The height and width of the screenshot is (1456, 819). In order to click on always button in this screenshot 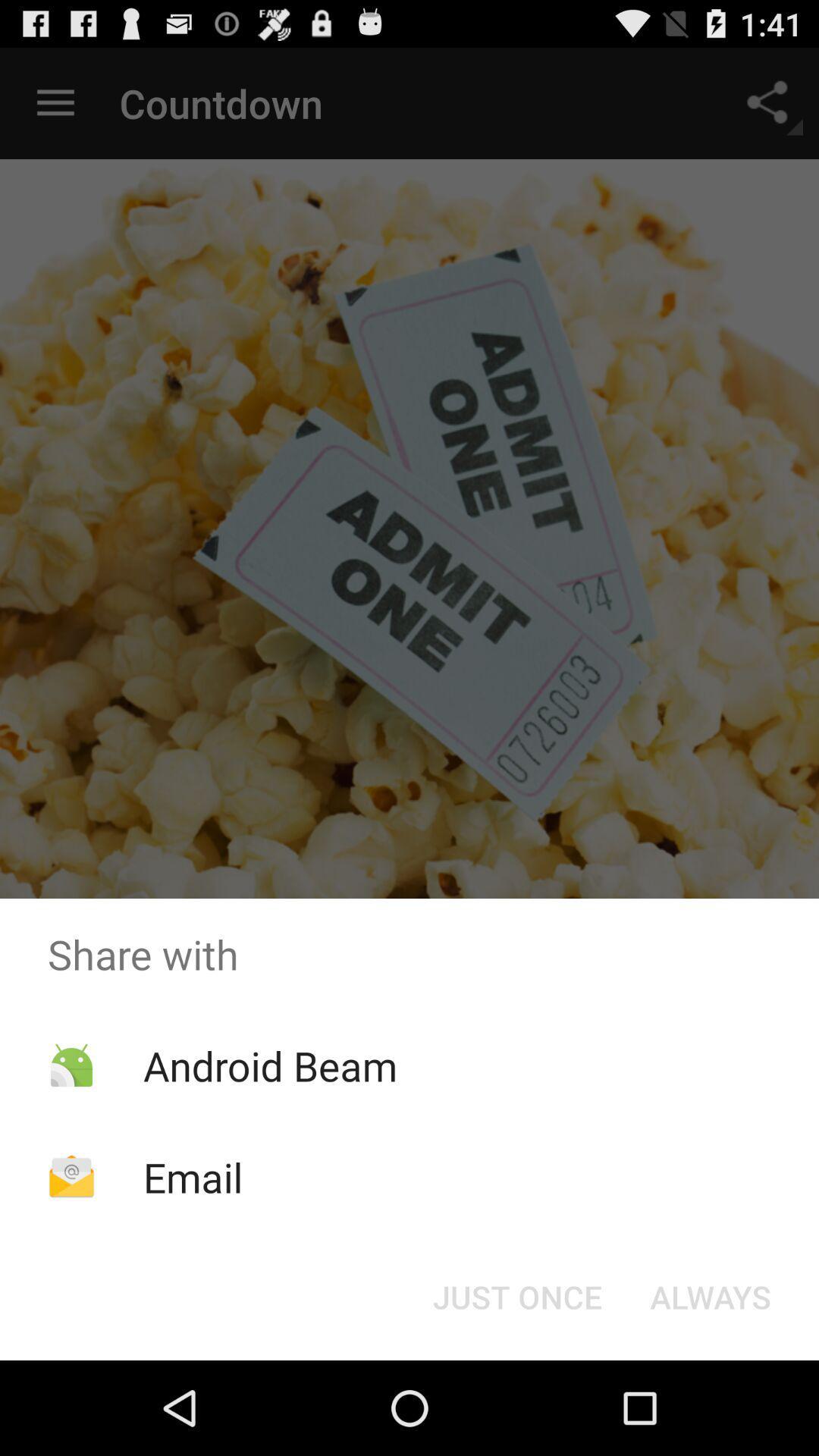, I will do `click(711, 1295)`.